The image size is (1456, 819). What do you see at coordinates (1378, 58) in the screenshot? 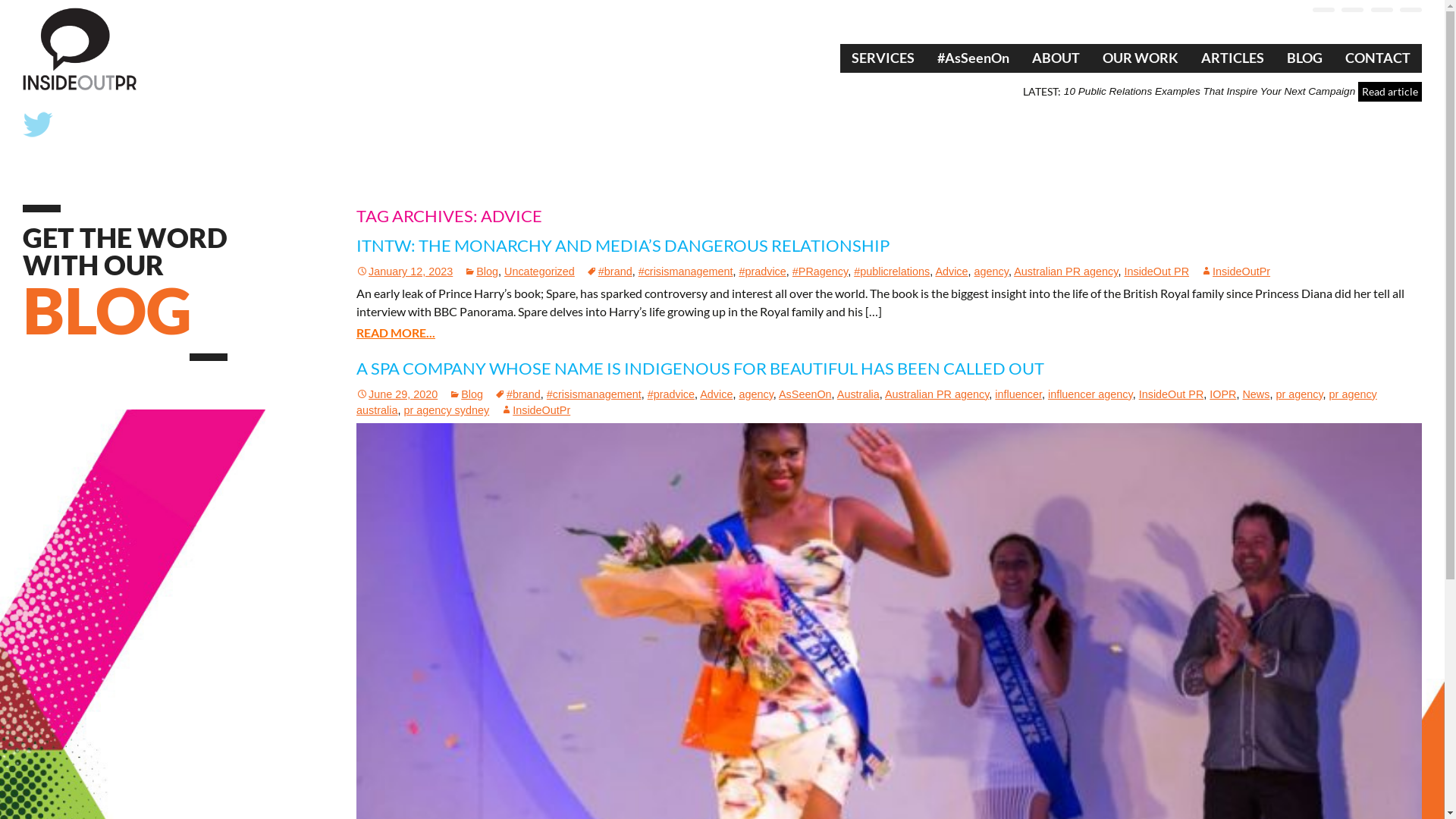
I see `'CONTACT'` at bounding box center [1378, 58].